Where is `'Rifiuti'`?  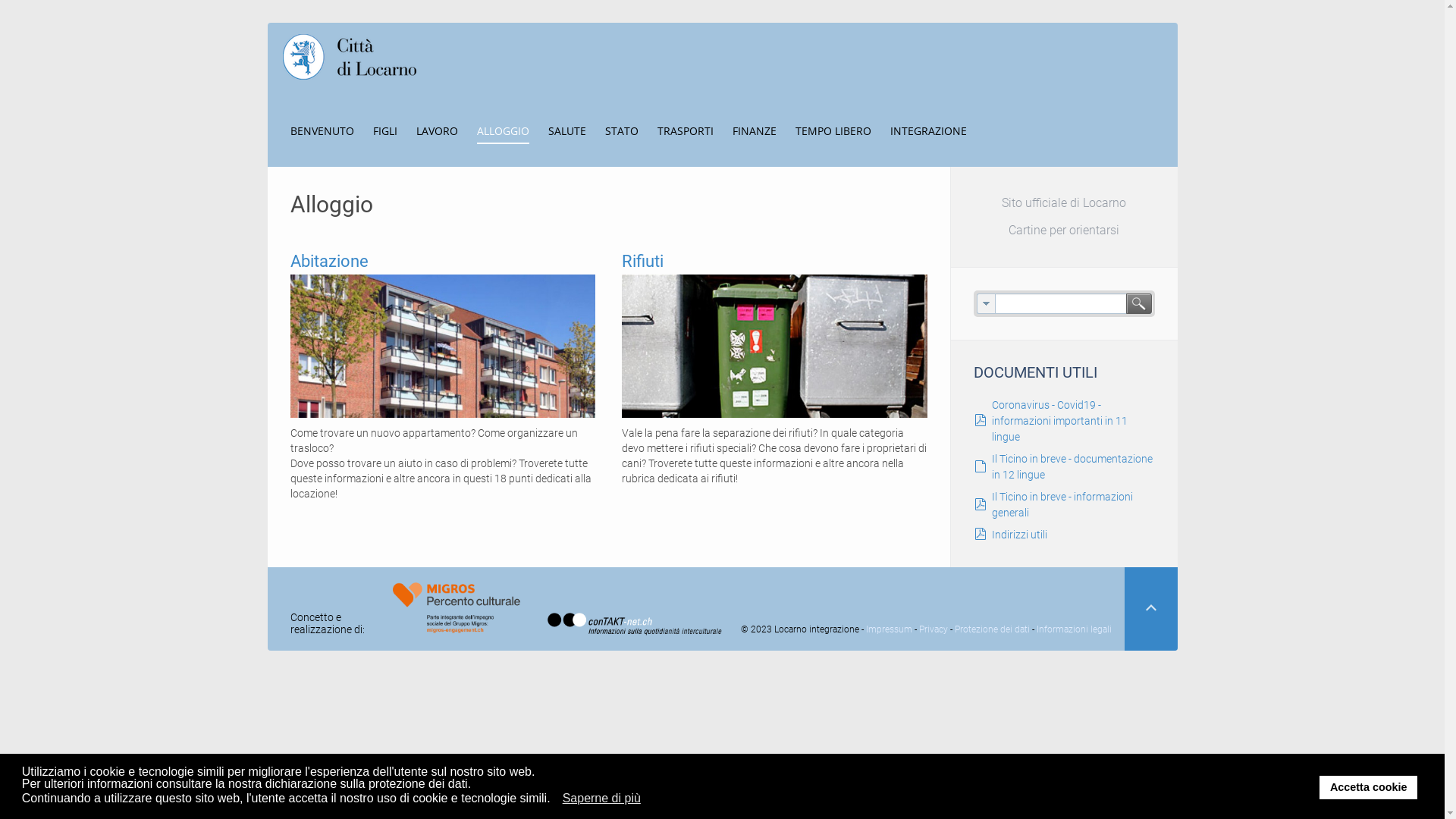
'Rifiuti' is located at coordinates (774, 345).